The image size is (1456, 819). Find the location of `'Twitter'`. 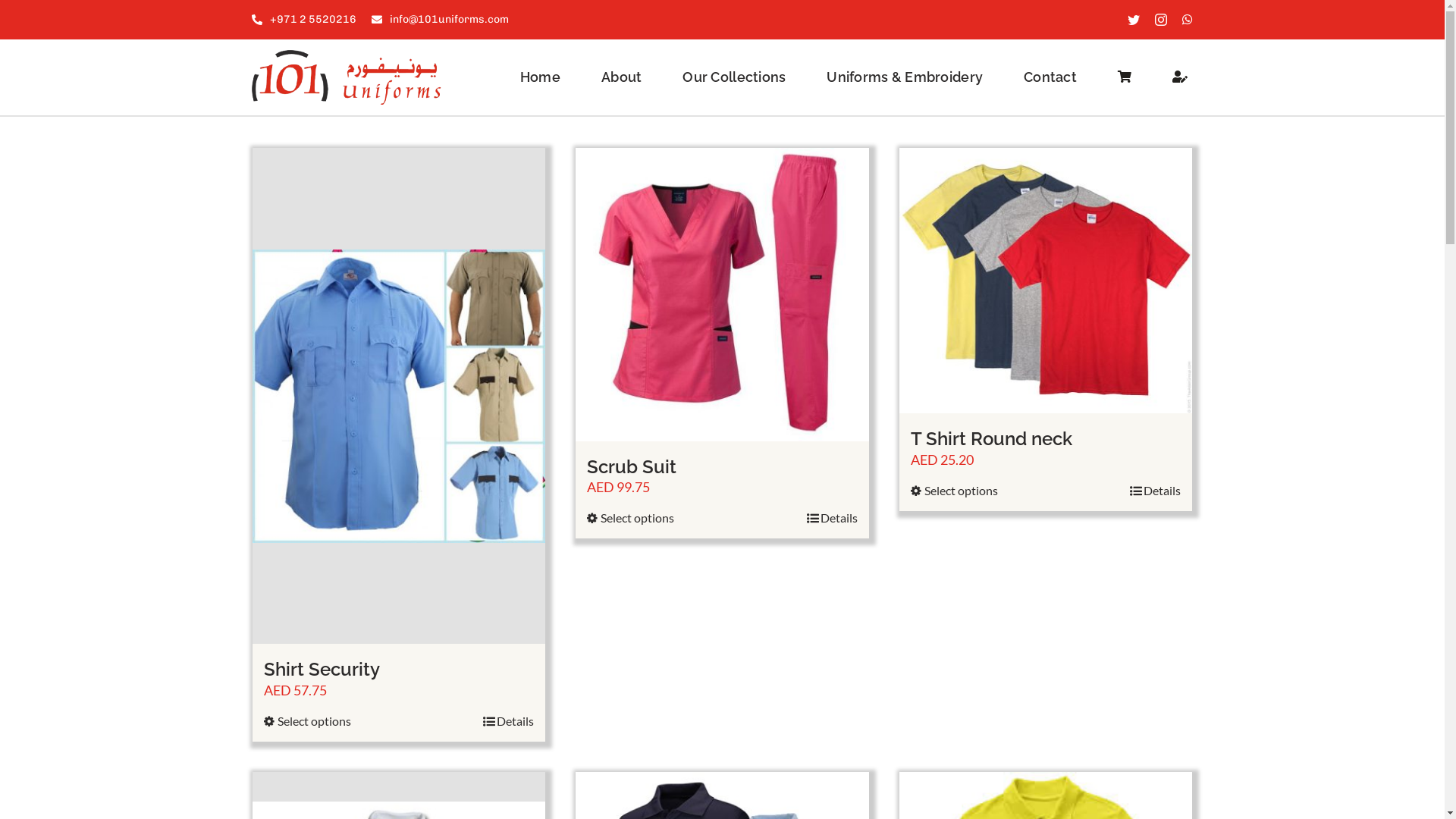

'Twitter' is located at coordinates (1133, 20).